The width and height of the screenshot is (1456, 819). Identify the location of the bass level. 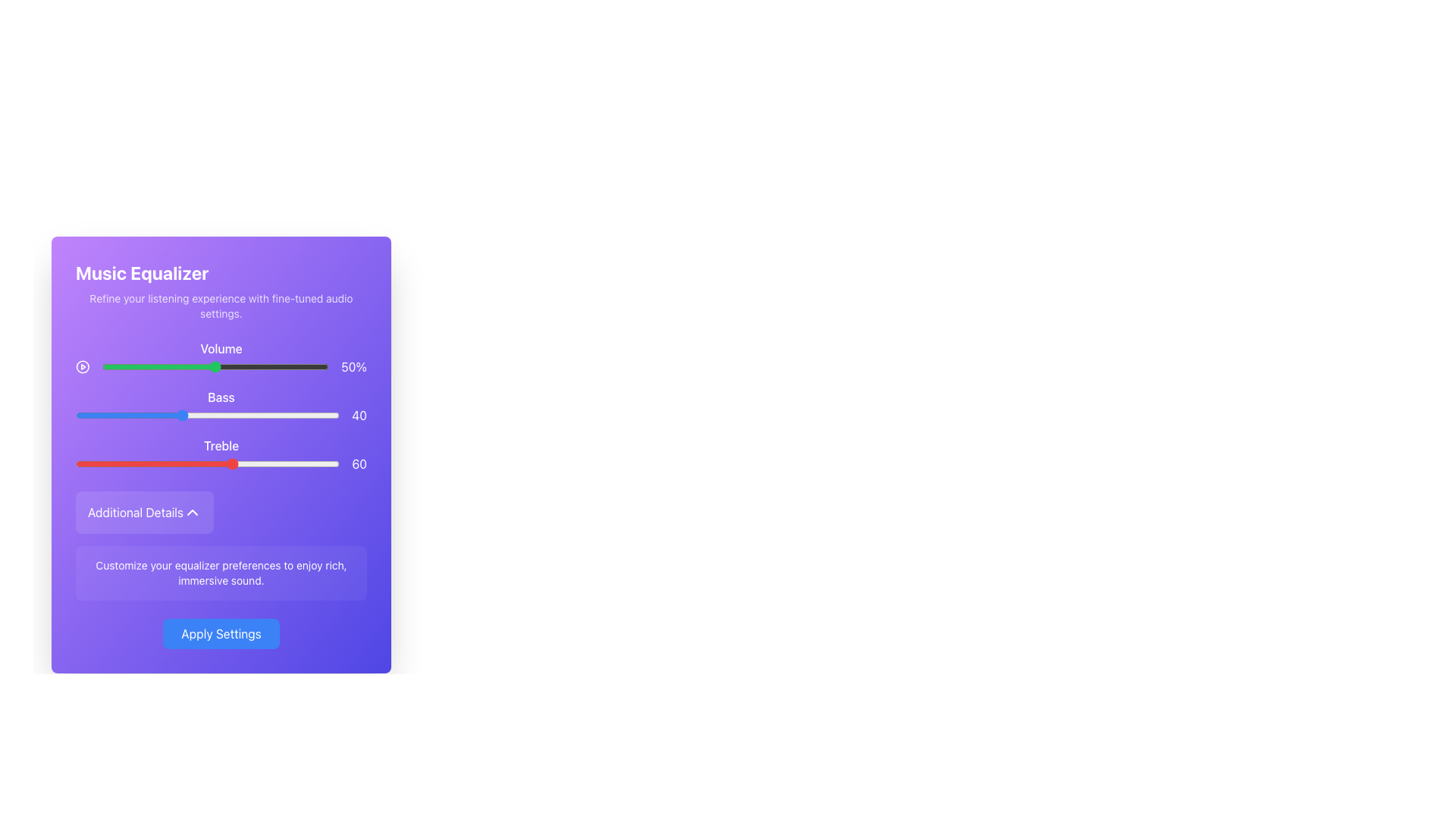
(312, 415).